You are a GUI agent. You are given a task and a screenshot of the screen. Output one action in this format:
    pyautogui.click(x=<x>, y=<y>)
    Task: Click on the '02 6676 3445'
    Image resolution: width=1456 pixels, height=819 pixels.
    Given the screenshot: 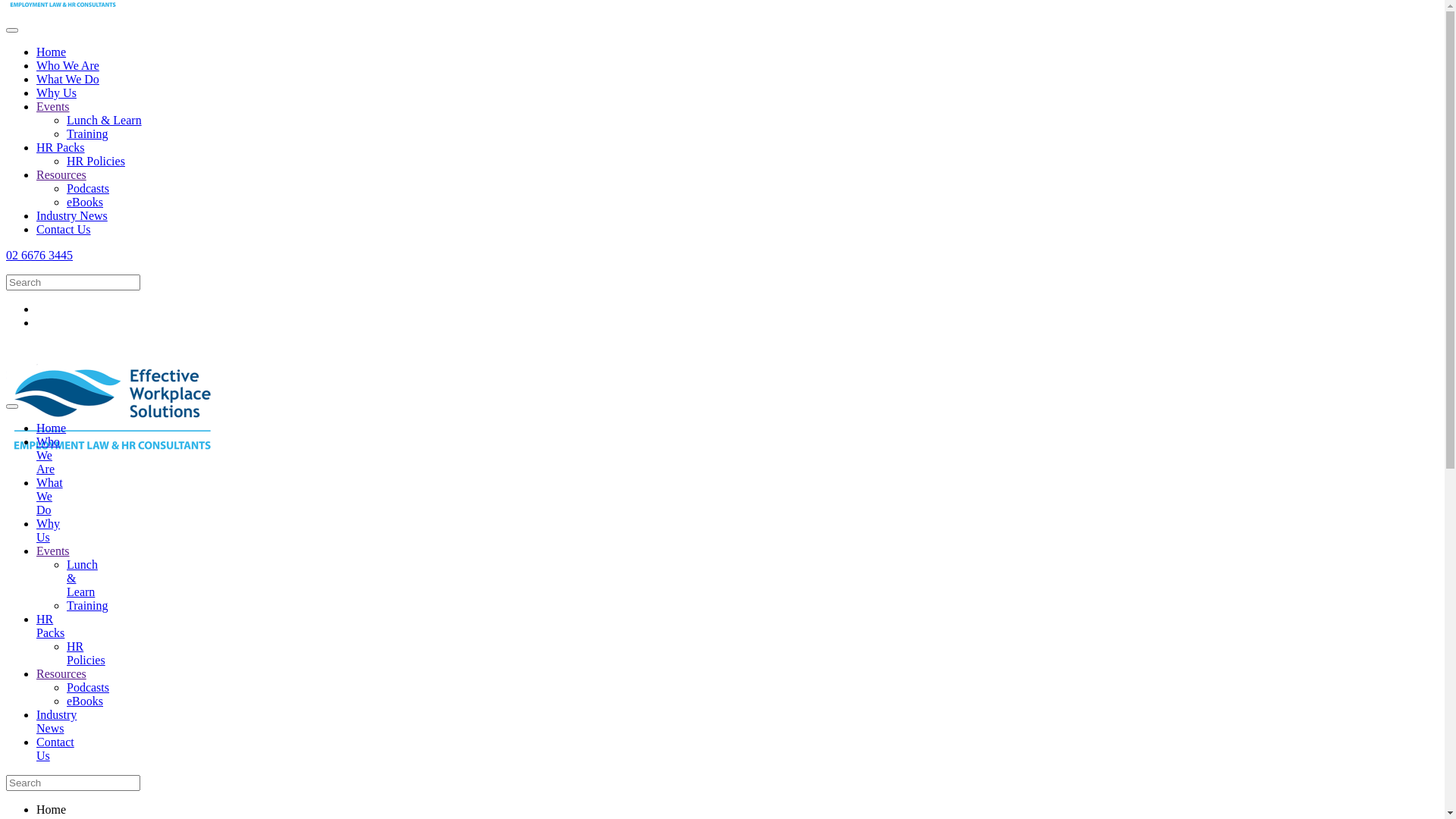 What is the action you would take?
    pyautogui.click(x=39, y=254)
    